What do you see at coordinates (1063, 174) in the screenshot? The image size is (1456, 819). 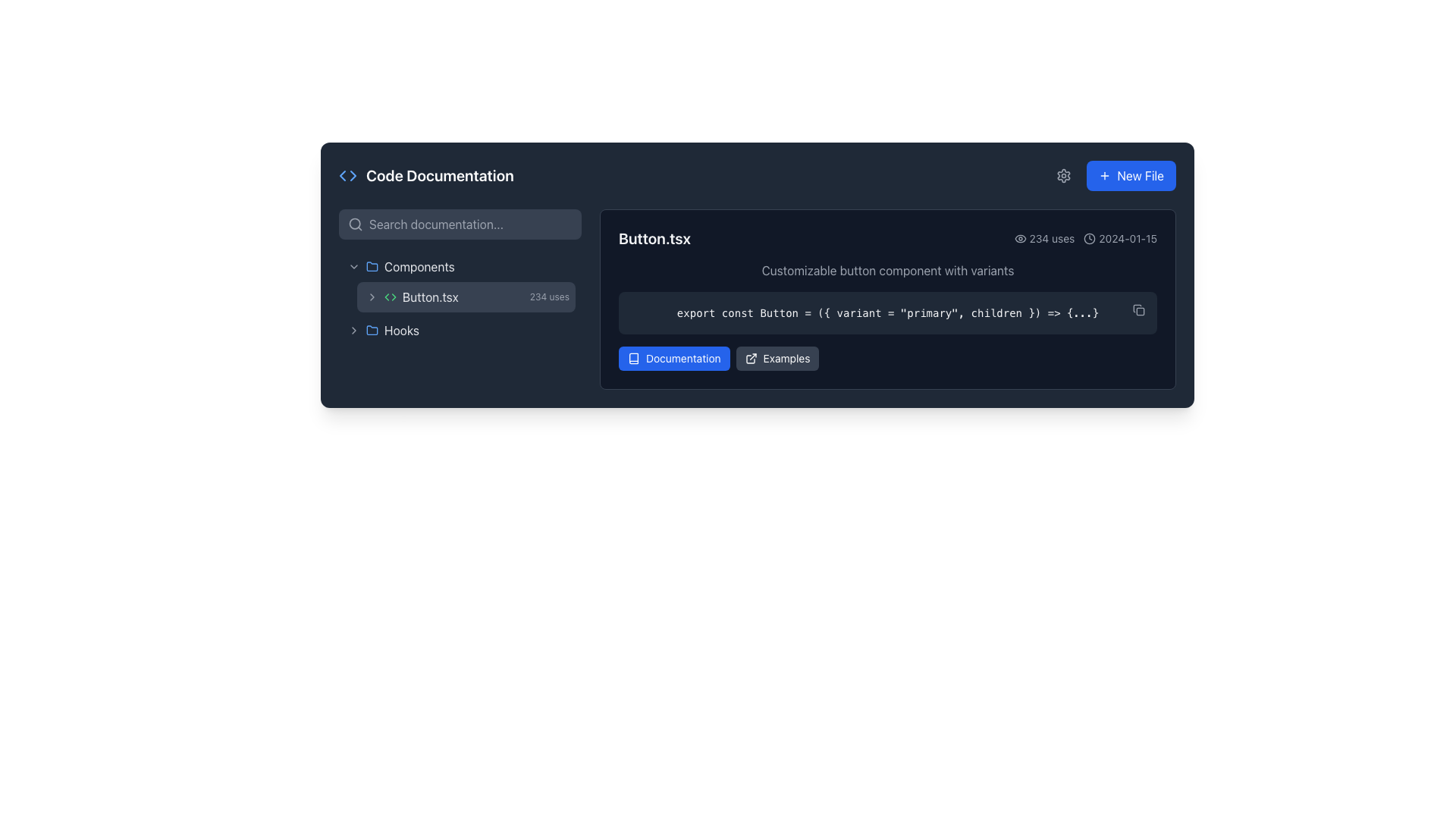 I see `the gear-shaped settings icon located in the top-right corner of the dark-themed user interface` at bounding box center [1063, 174].